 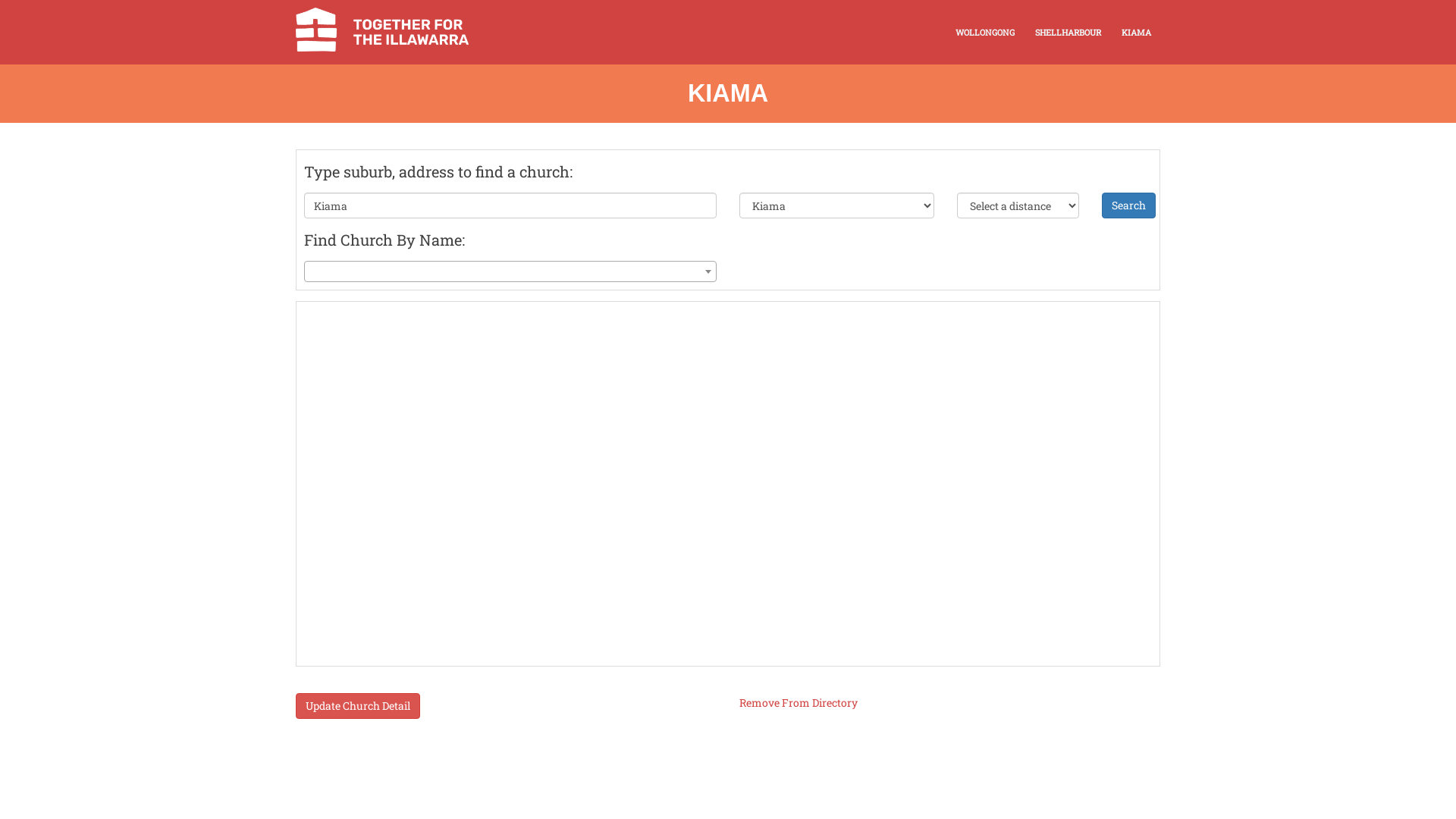 I want to click on 'Update Church Detail', so click(x=356, y=704).